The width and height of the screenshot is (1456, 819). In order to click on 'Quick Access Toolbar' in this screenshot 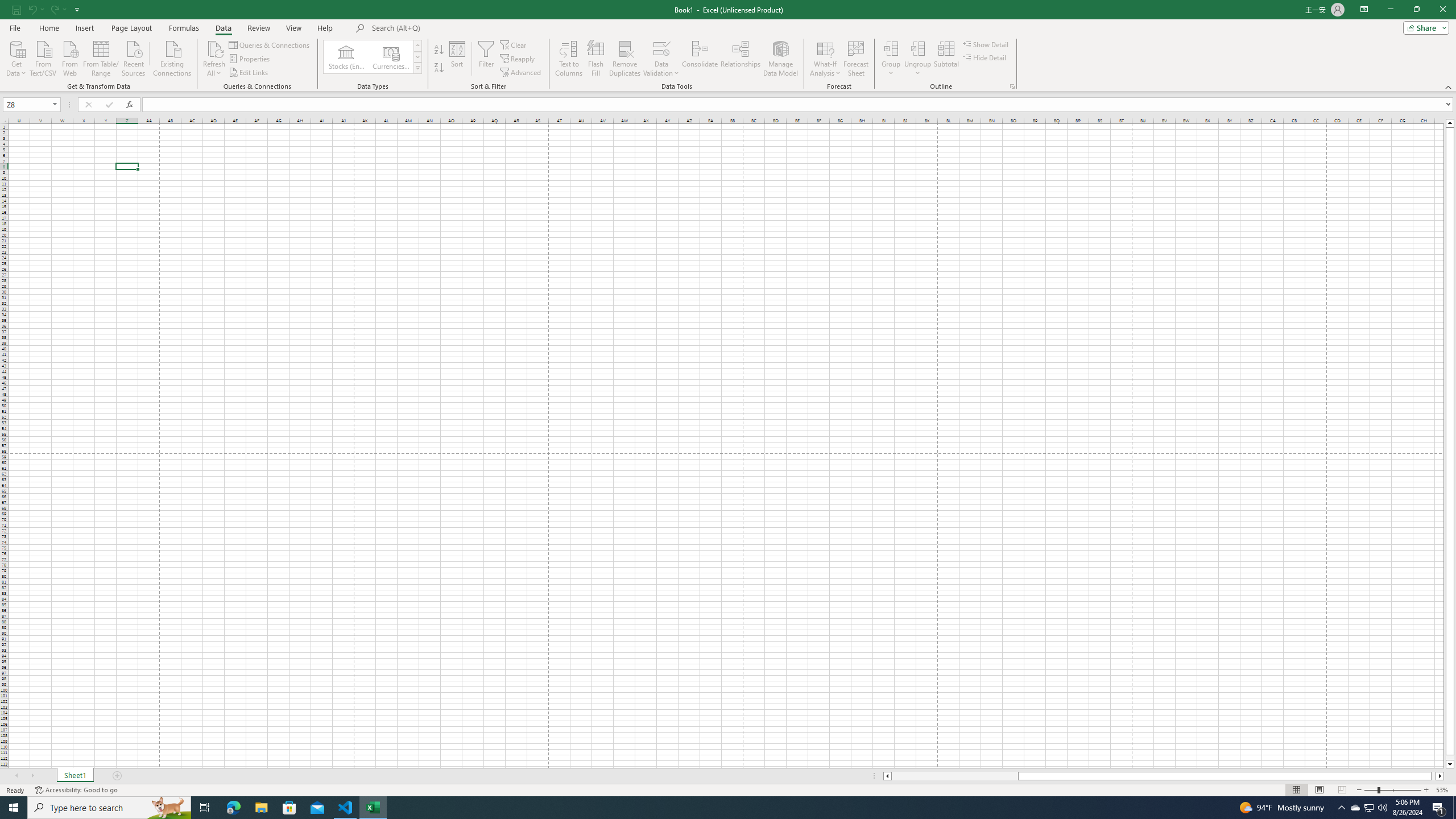, I will do `click(47, 9)`.